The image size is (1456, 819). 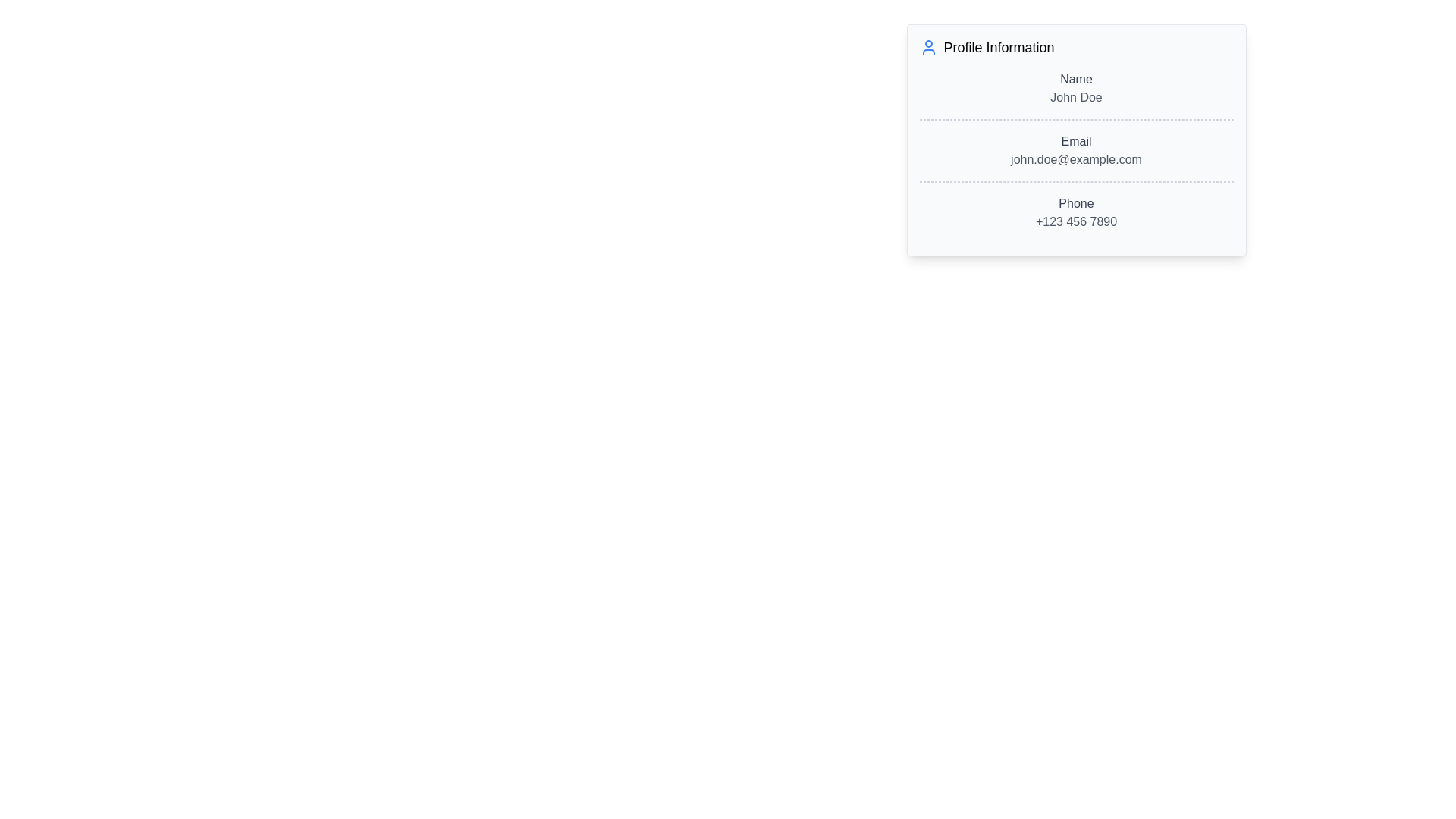 What do you see at coordinates (1075, 88) in the screenshot?
I see `the Display block that shows the user's name, located within the 'Profile Information' card, positioned just below the title 'Profile Information'` at bounding box center [1075, 88].